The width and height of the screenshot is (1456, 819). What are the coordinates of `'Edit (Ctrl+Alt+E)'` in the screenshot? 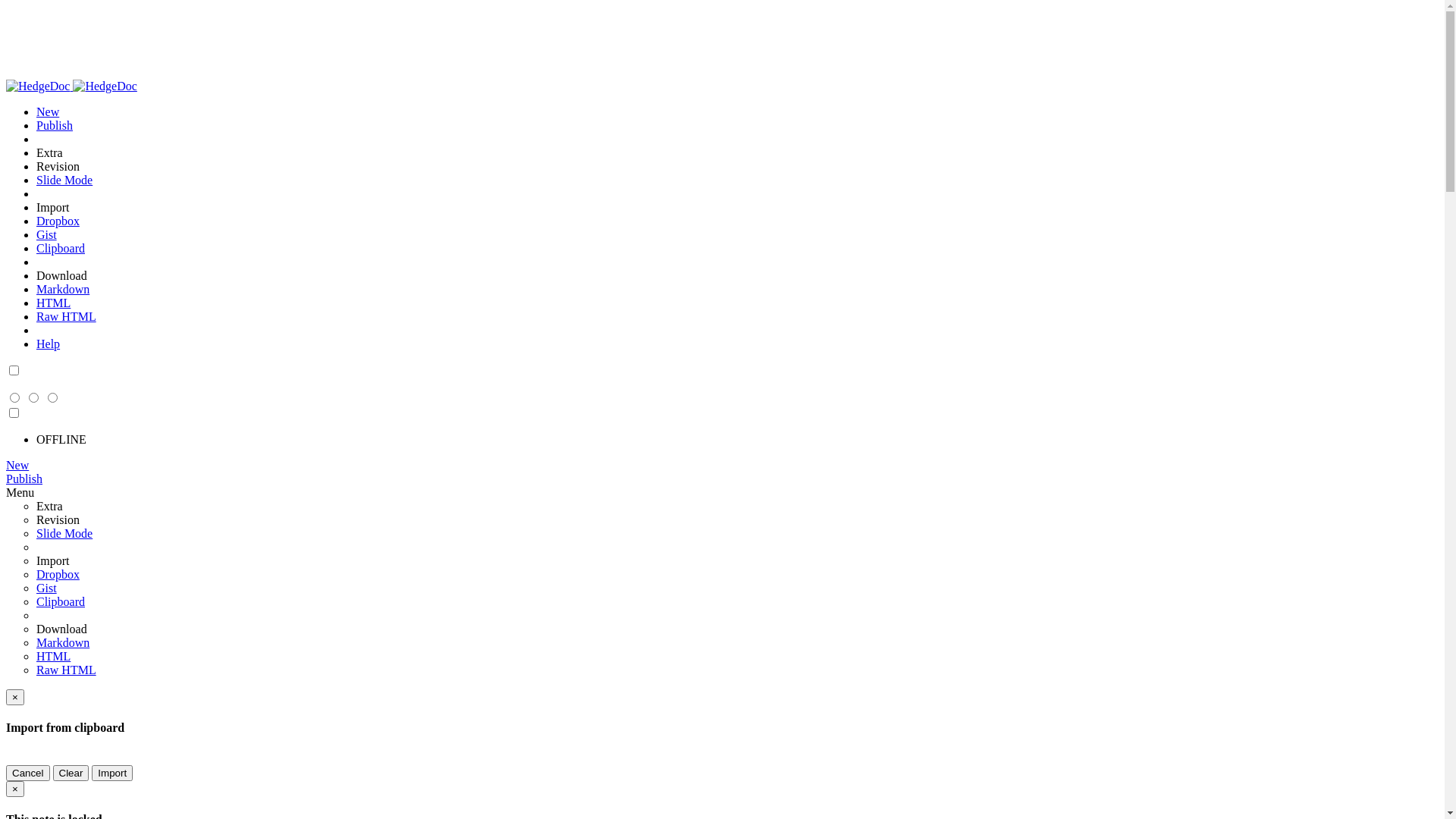 It's located at (52, 397).